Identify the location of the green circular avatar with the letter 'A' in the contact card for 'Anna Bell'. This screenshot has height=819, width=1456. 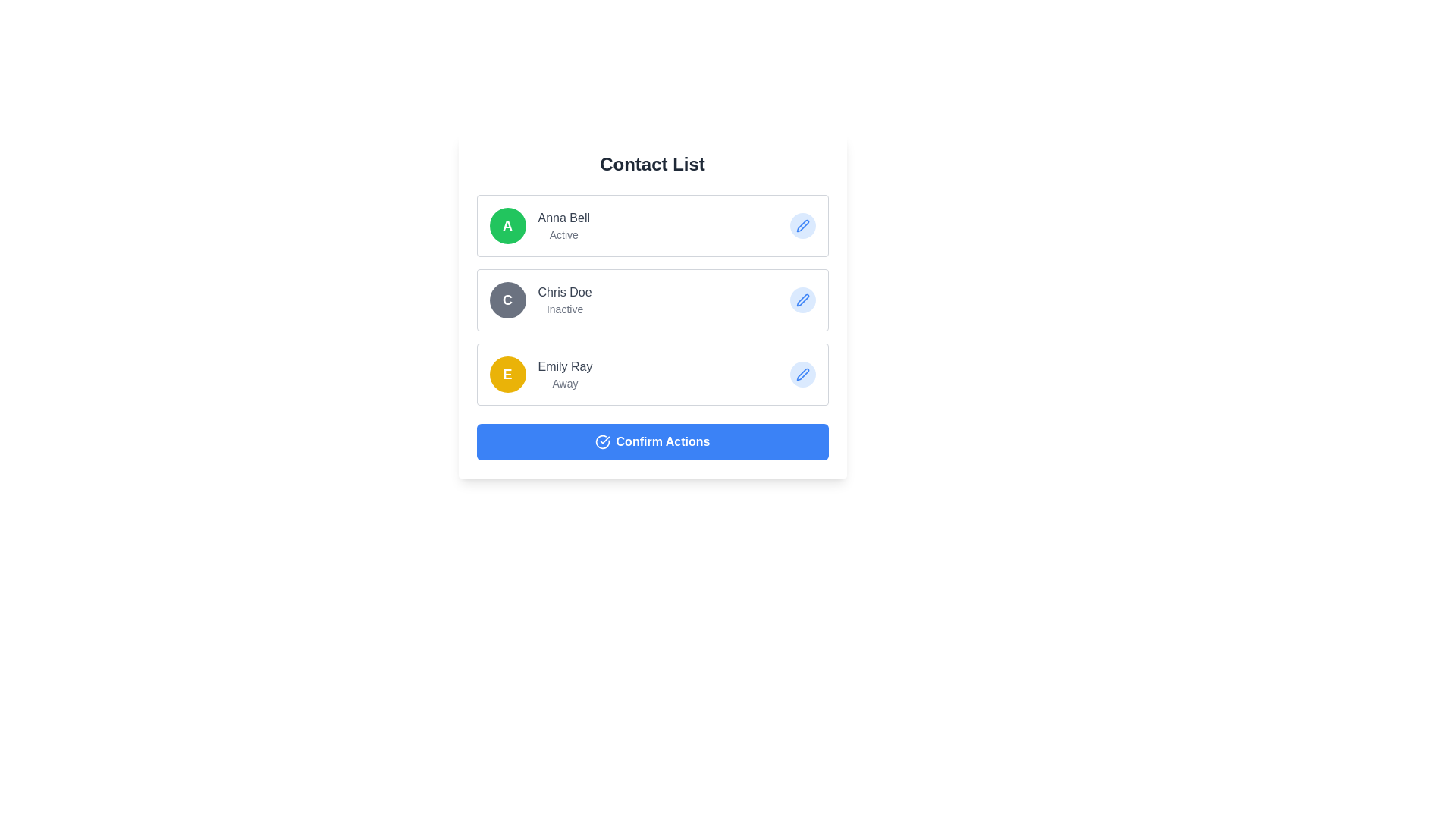
(652, 225).